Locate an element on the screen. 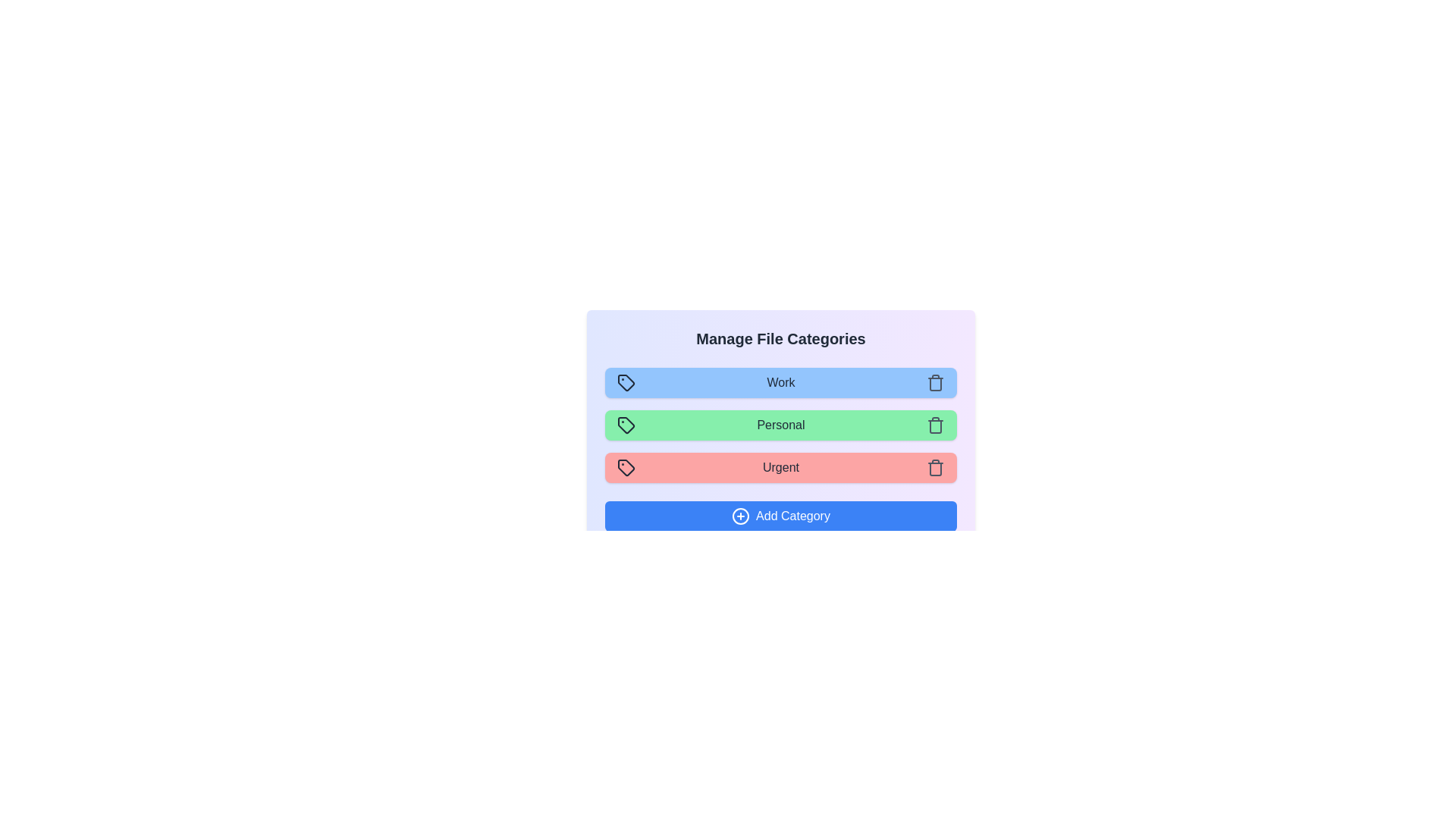  the category named Personal is located at coordinates (781, 425).